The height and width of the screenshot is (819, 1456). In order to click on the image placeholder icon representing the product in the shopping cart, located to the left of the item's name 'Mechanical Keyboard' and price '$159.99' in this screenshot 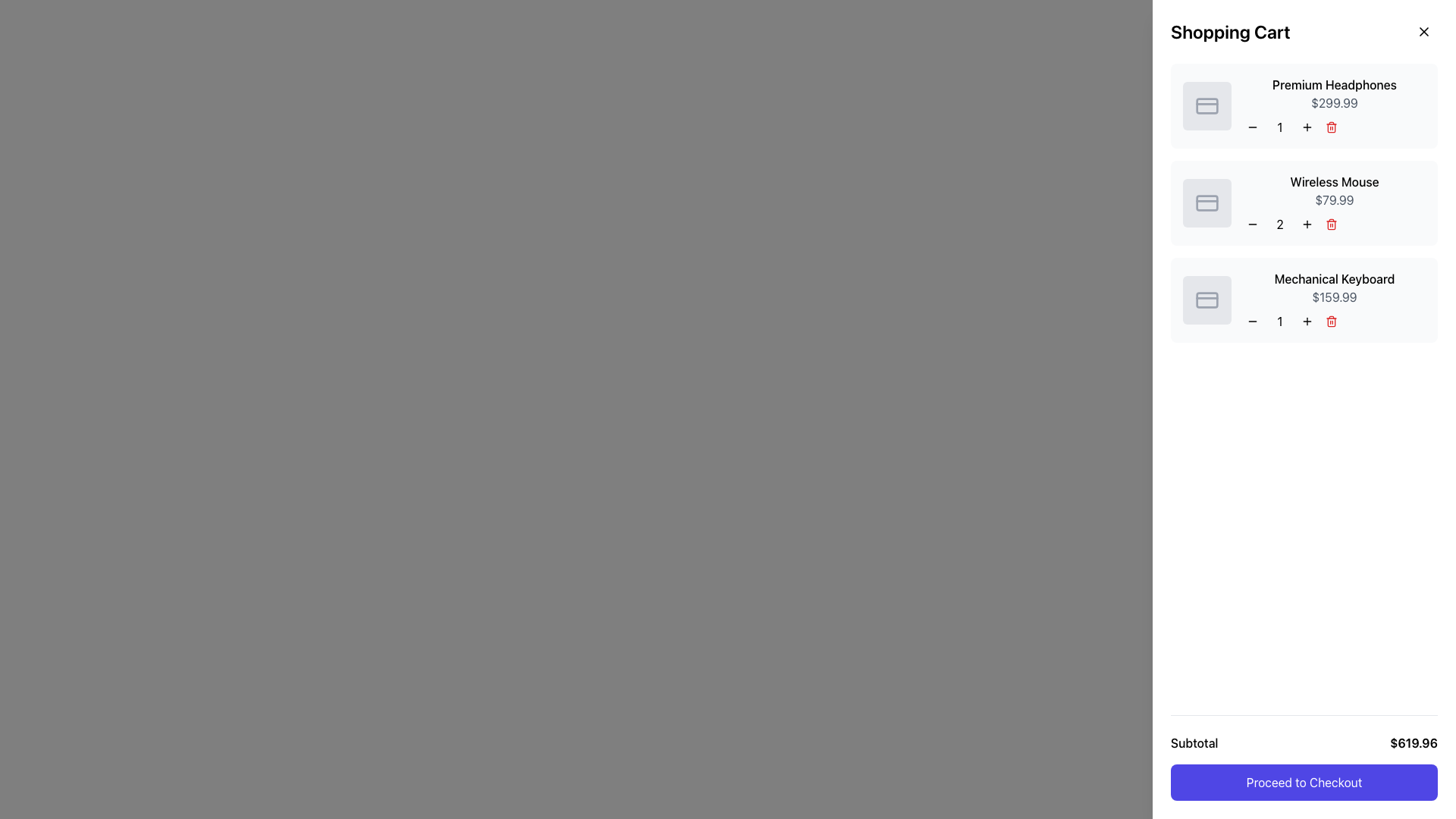, I will do `click(1207, 300)`.